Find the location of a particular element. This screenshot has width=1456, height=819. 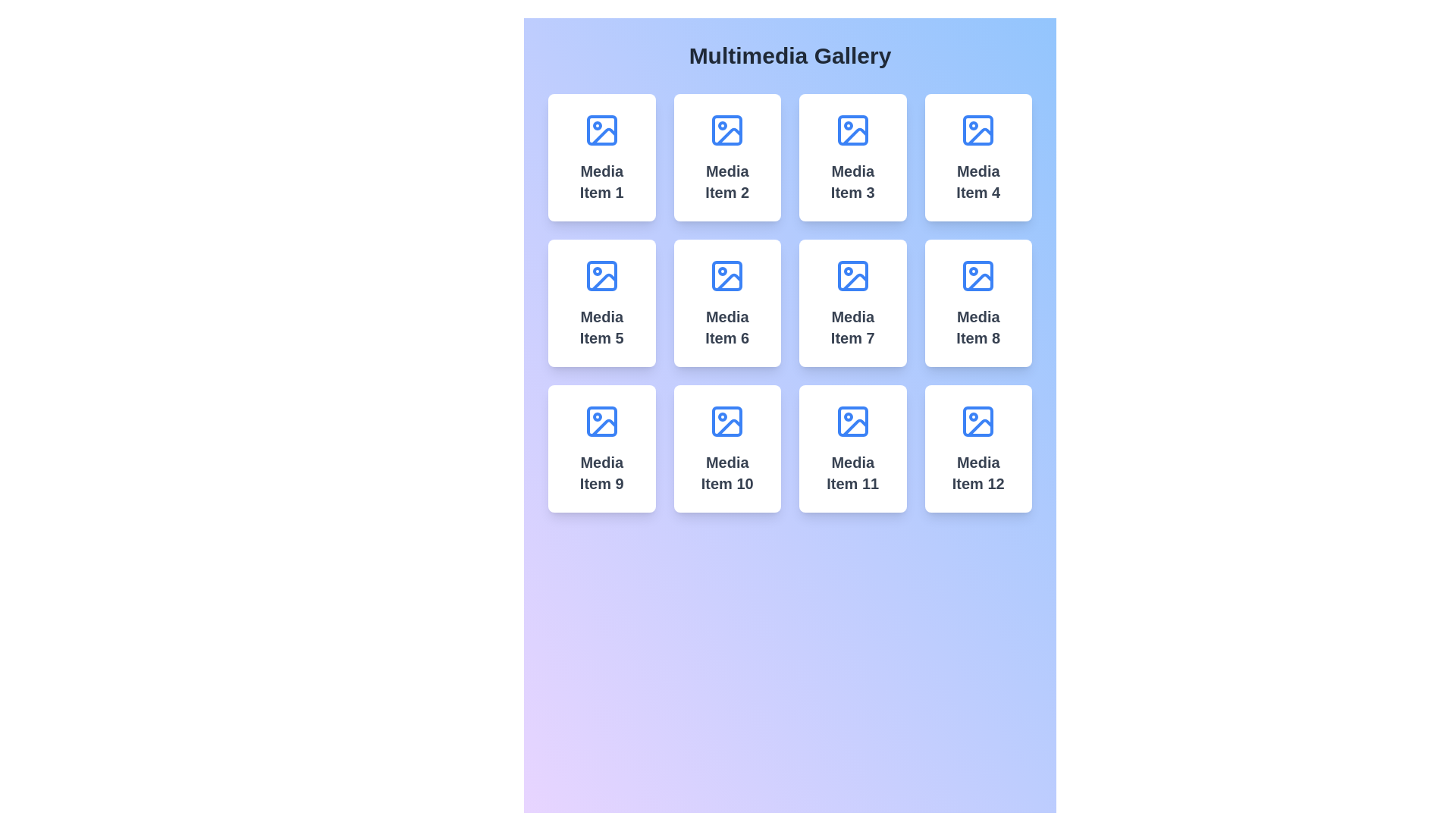

the Card element displaying 'Media Item 2' with a blue icon of an image placeholder, located in the second position of the first row in the grid layout is located at coordinates (726, 158).